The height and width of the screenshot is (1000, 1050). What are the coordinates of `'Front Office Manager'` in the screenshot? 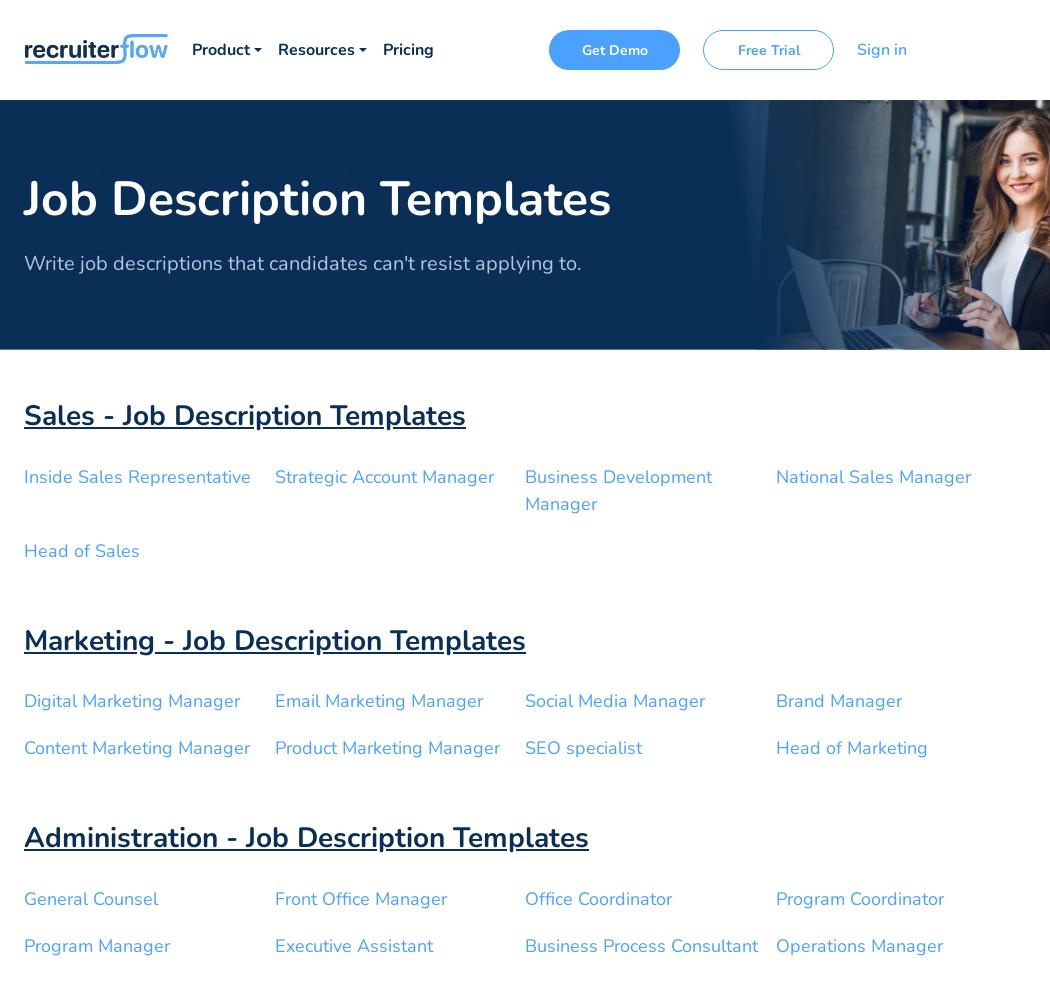 It's located at (359, 898).